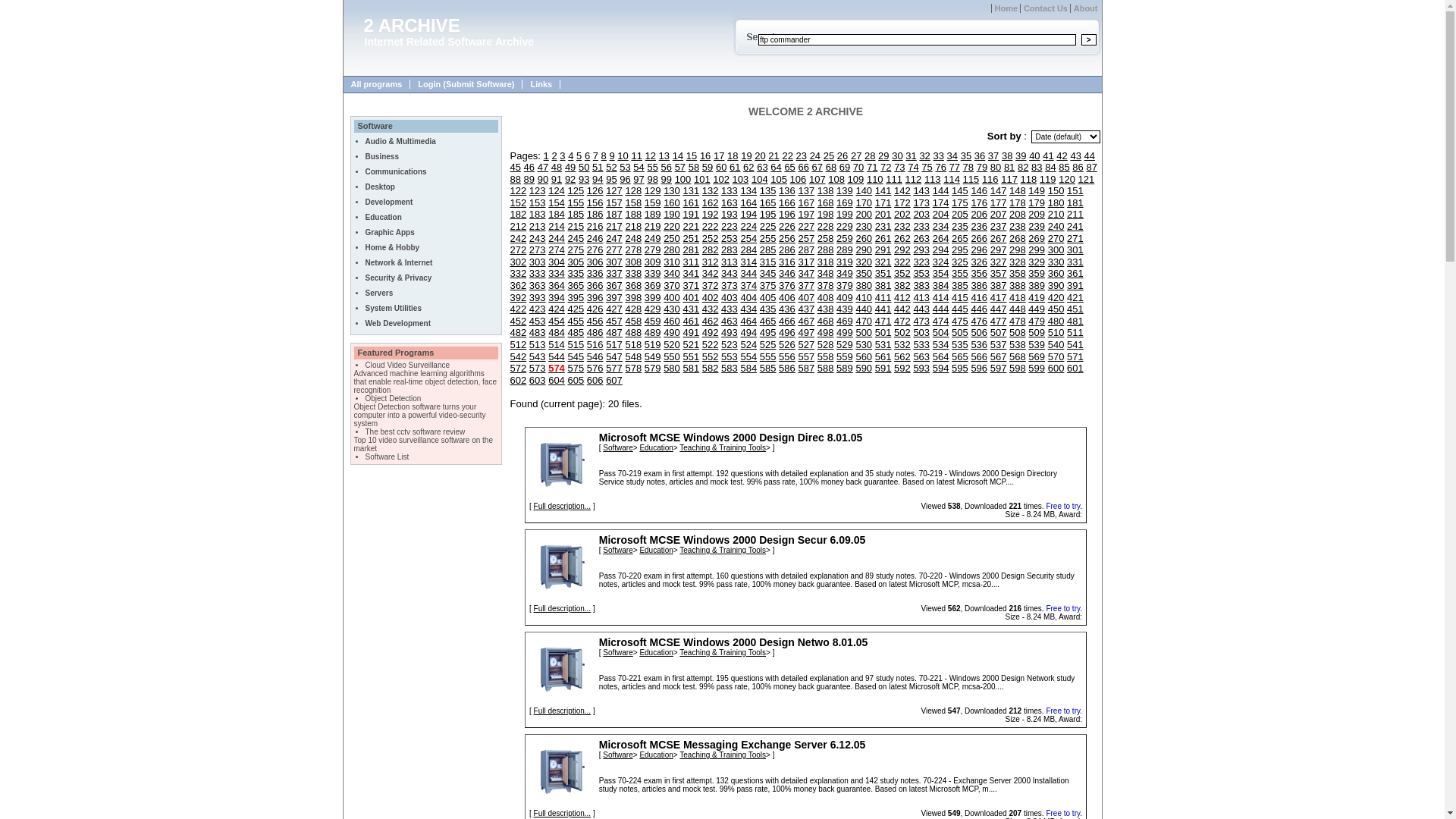 The image size is (1456, 819). I want to click on '87', so click(1090, 167).